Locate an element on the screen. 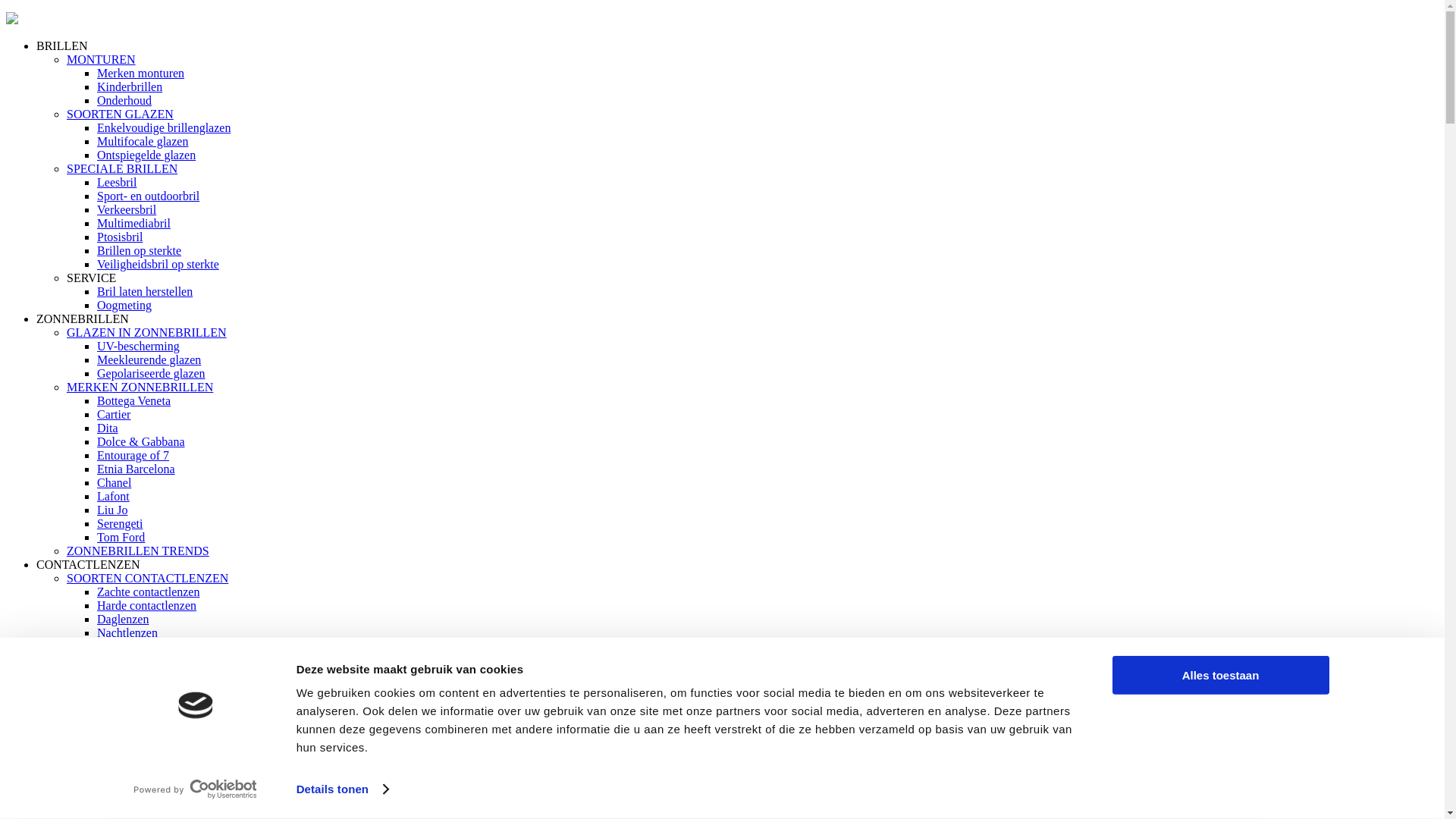  'Entourage of 7' is located at coordinates (133, 454).